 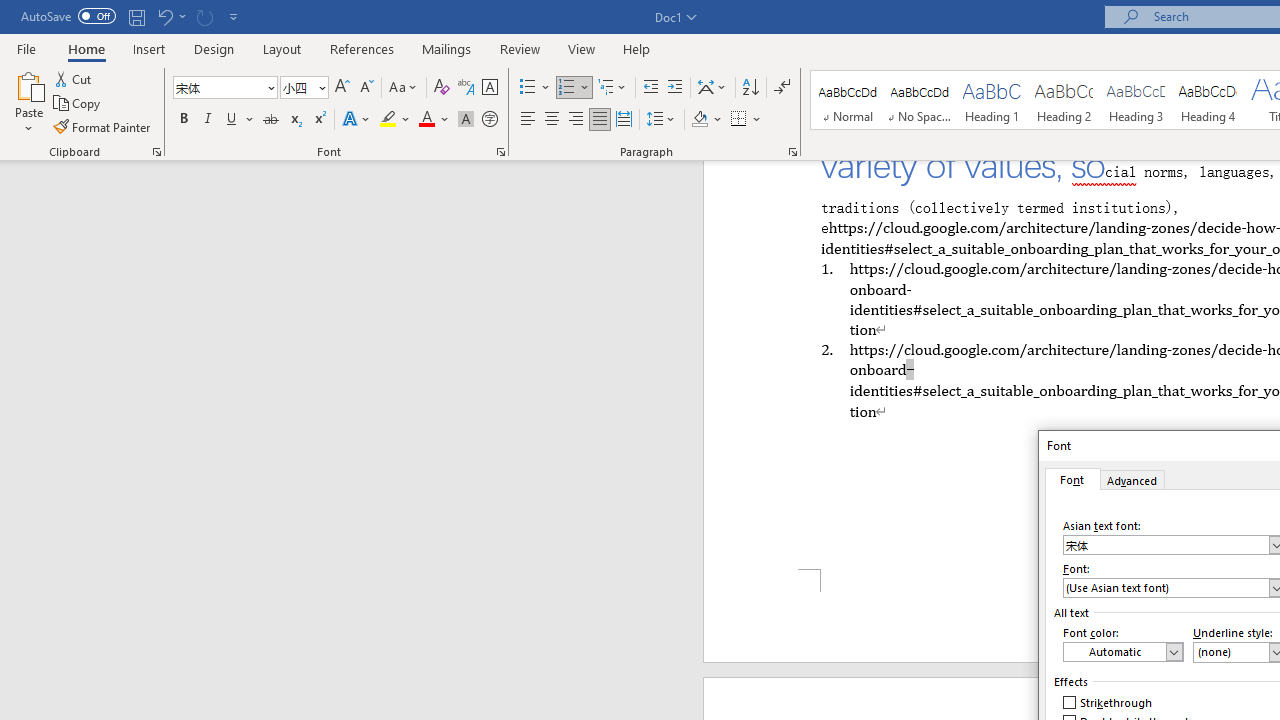 I want to click on 'Text Effects and Typography', so click(x=357, y=119).